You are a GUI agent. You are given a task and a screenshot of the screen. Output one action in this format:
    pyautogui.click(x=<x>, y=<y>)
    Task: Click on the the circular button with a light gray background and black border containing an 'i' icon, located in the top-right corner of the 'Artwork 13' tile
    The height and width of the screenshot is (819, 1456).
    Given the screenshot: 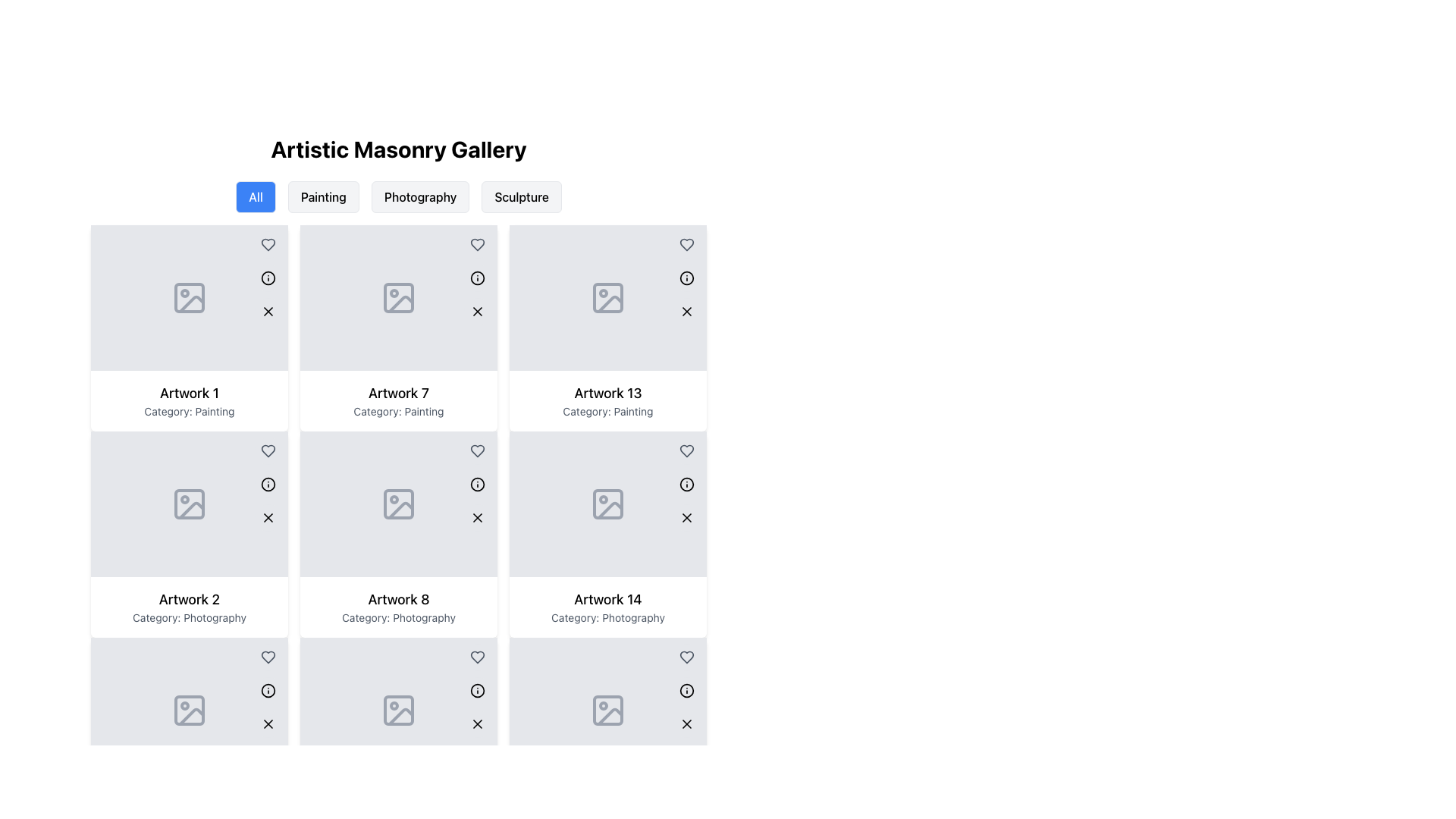 What is the action you would take?
    pyautogui.click(x=686, y=278)
    